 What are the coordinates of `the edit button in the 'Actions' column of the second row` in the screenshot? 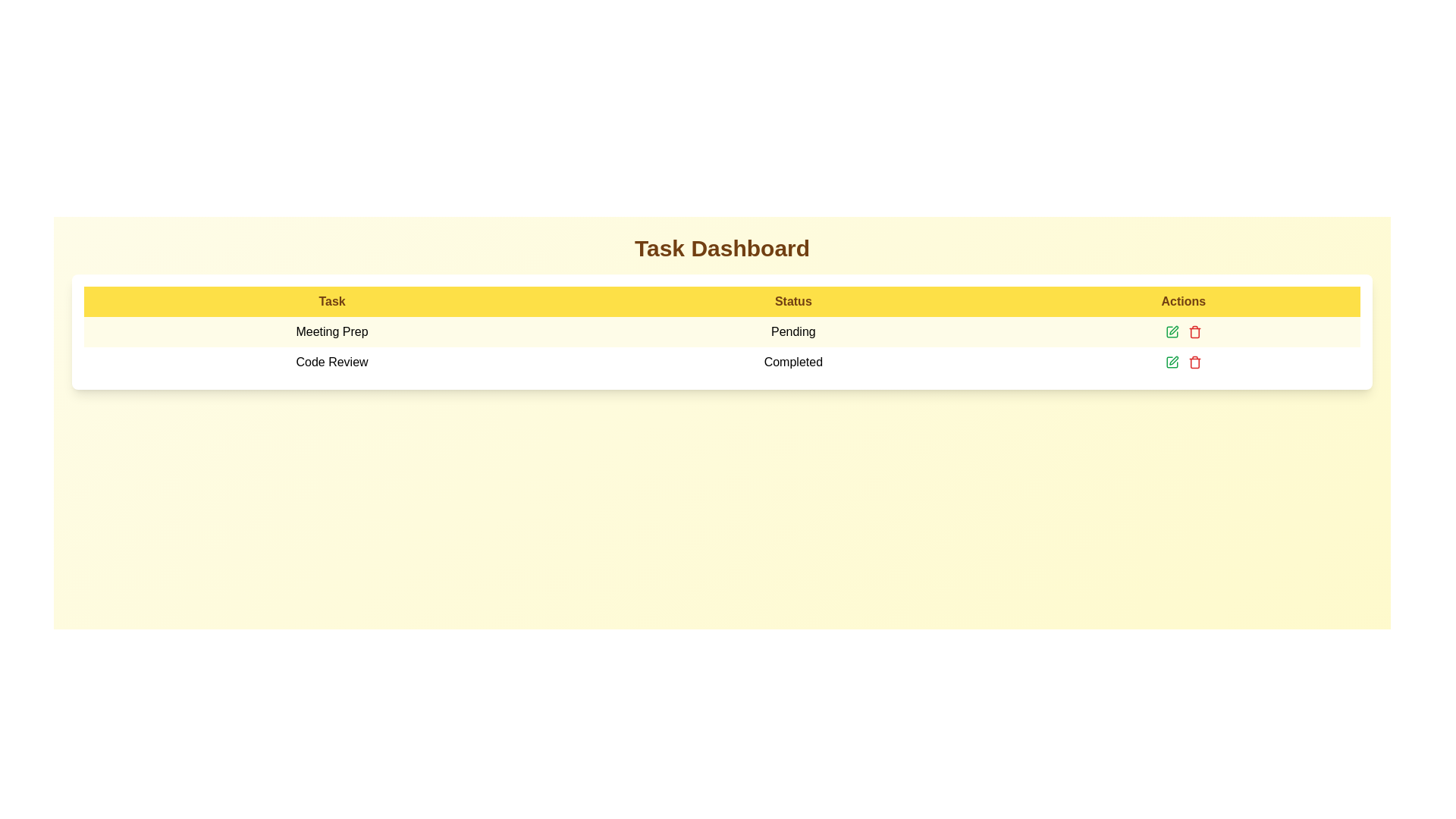 It's located at (1171, 362).